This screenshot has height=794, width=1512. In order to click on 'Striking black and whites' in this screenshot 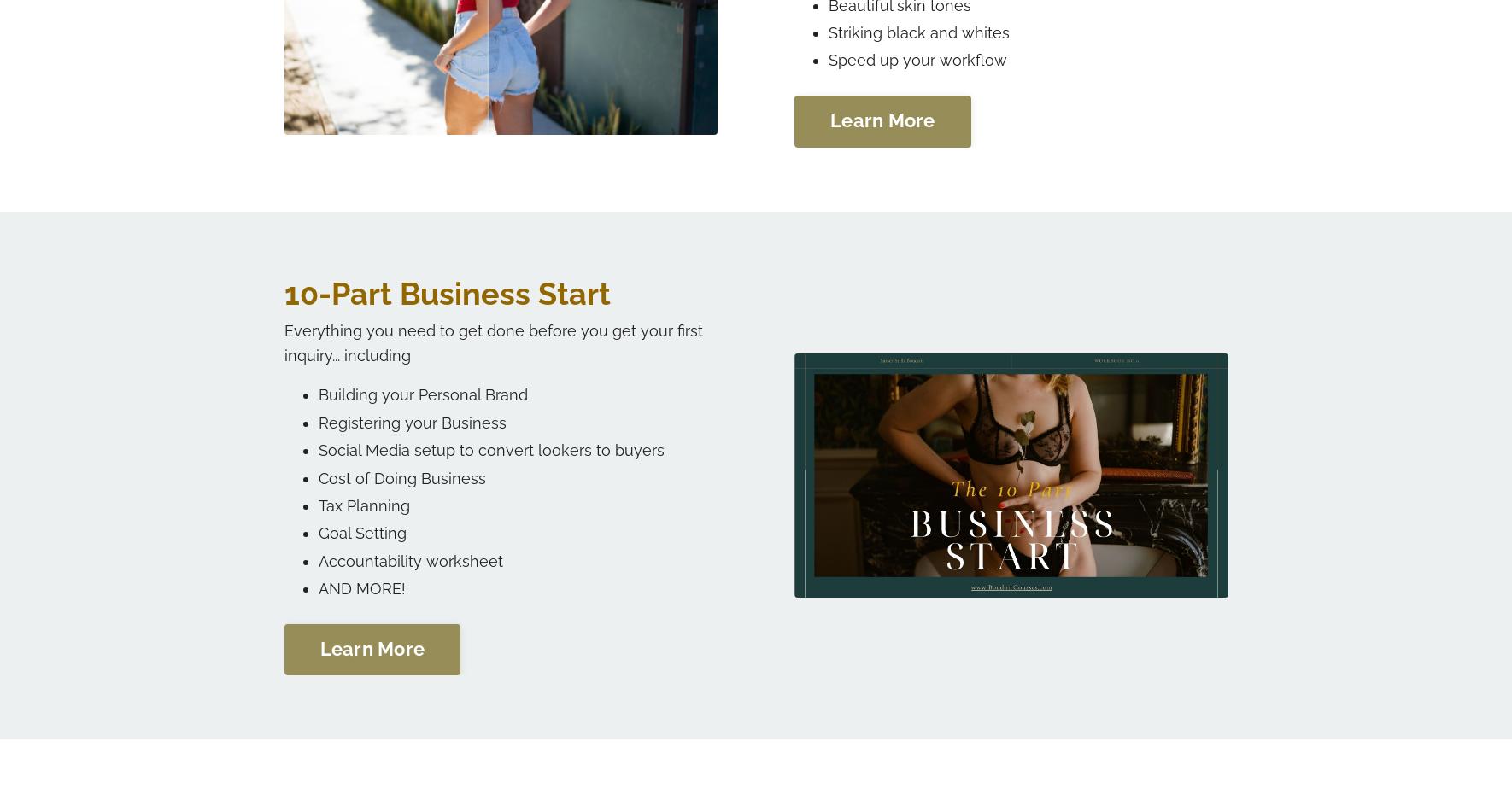, I will do `click(918, 32)`.